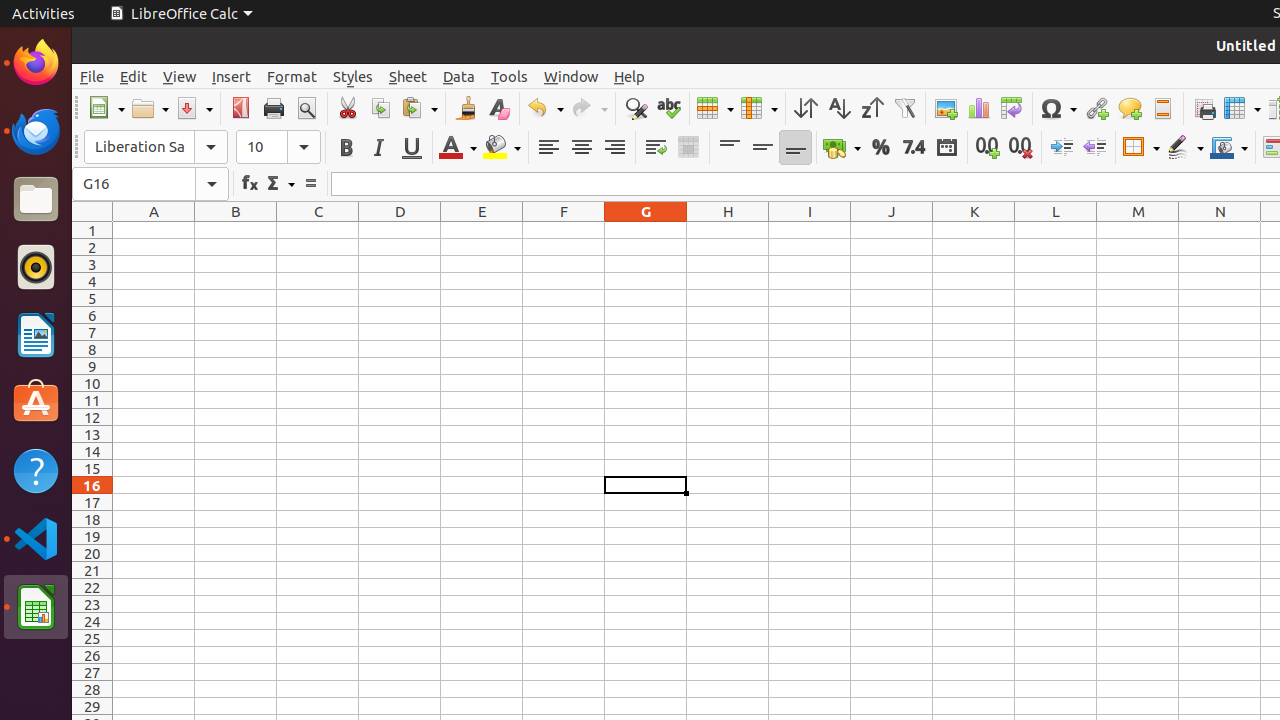 This screenshot has width=1280, height=720. What do you see at coordinates (978, 108) in the screenshot?
I see `'Chart'` at bounding box center [978, 108].